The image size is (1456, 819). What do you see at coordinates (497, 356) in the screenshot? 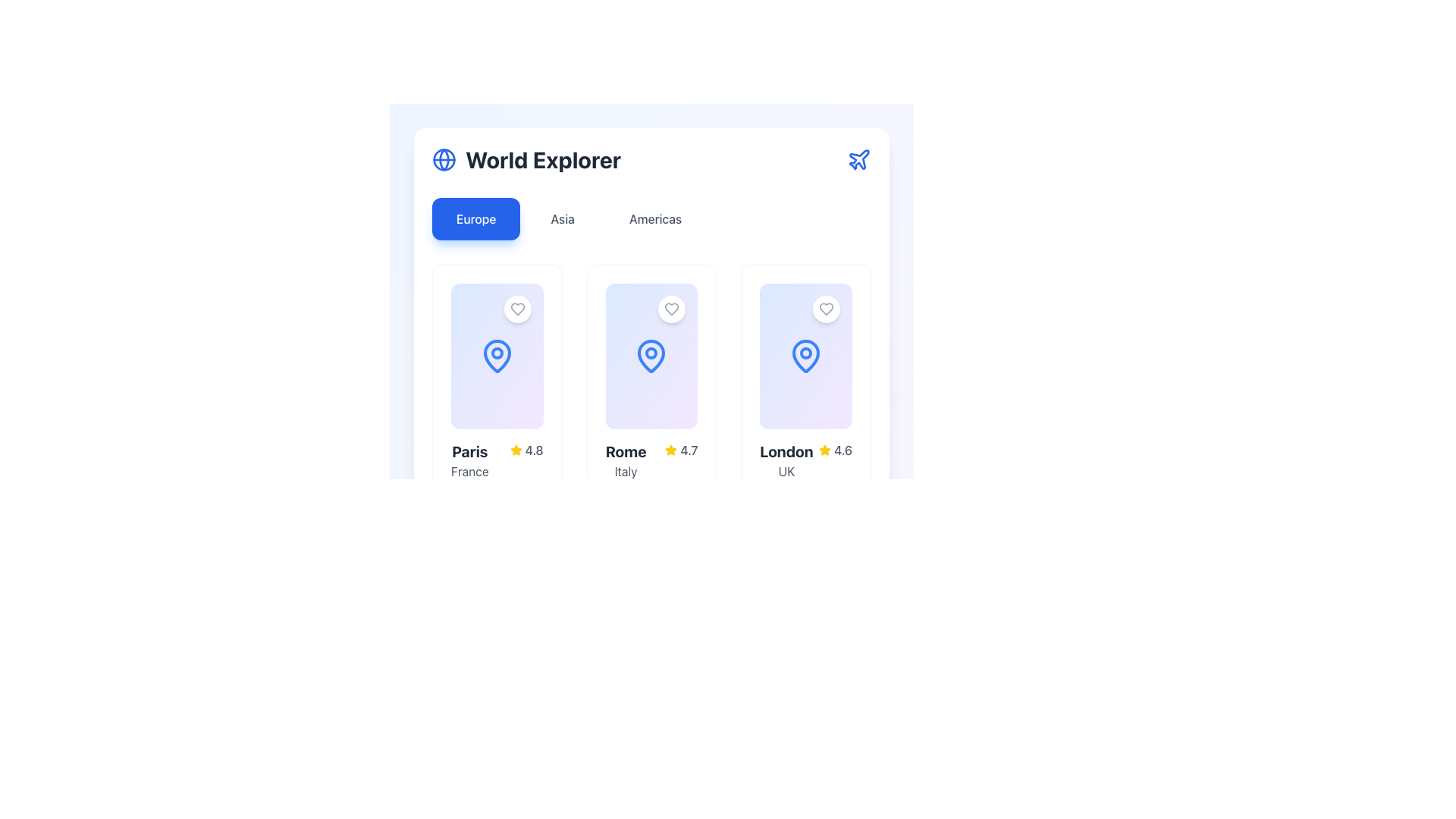
I see `the first Information Card located beneath the Europe tab, which features a pin-shaped icon at its center and a heart icon at the top-right corner` at bounding box center [497, 356].